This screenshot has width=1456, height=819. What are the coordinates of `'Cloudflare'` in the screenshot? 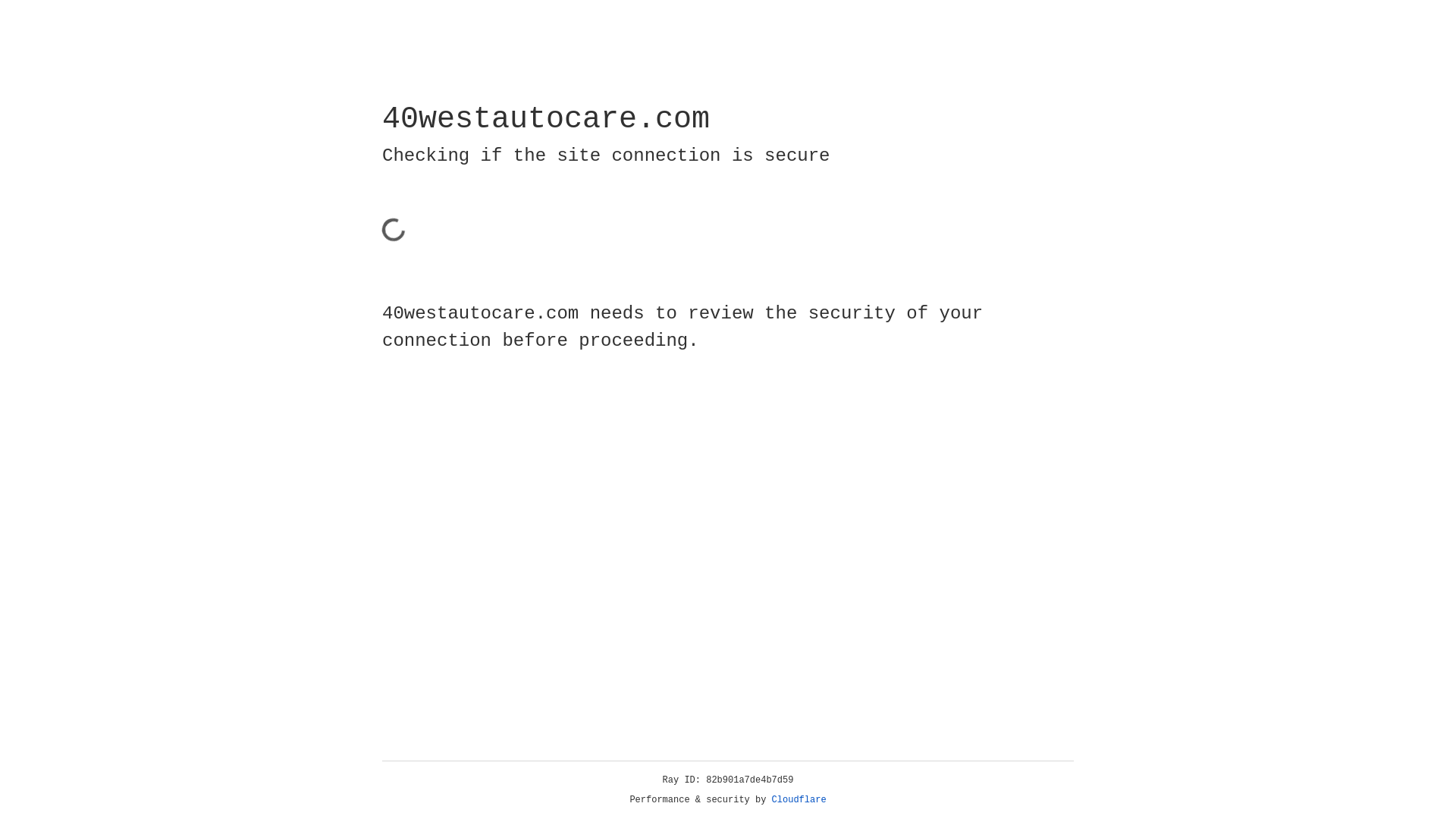 It's located at (799, 799).